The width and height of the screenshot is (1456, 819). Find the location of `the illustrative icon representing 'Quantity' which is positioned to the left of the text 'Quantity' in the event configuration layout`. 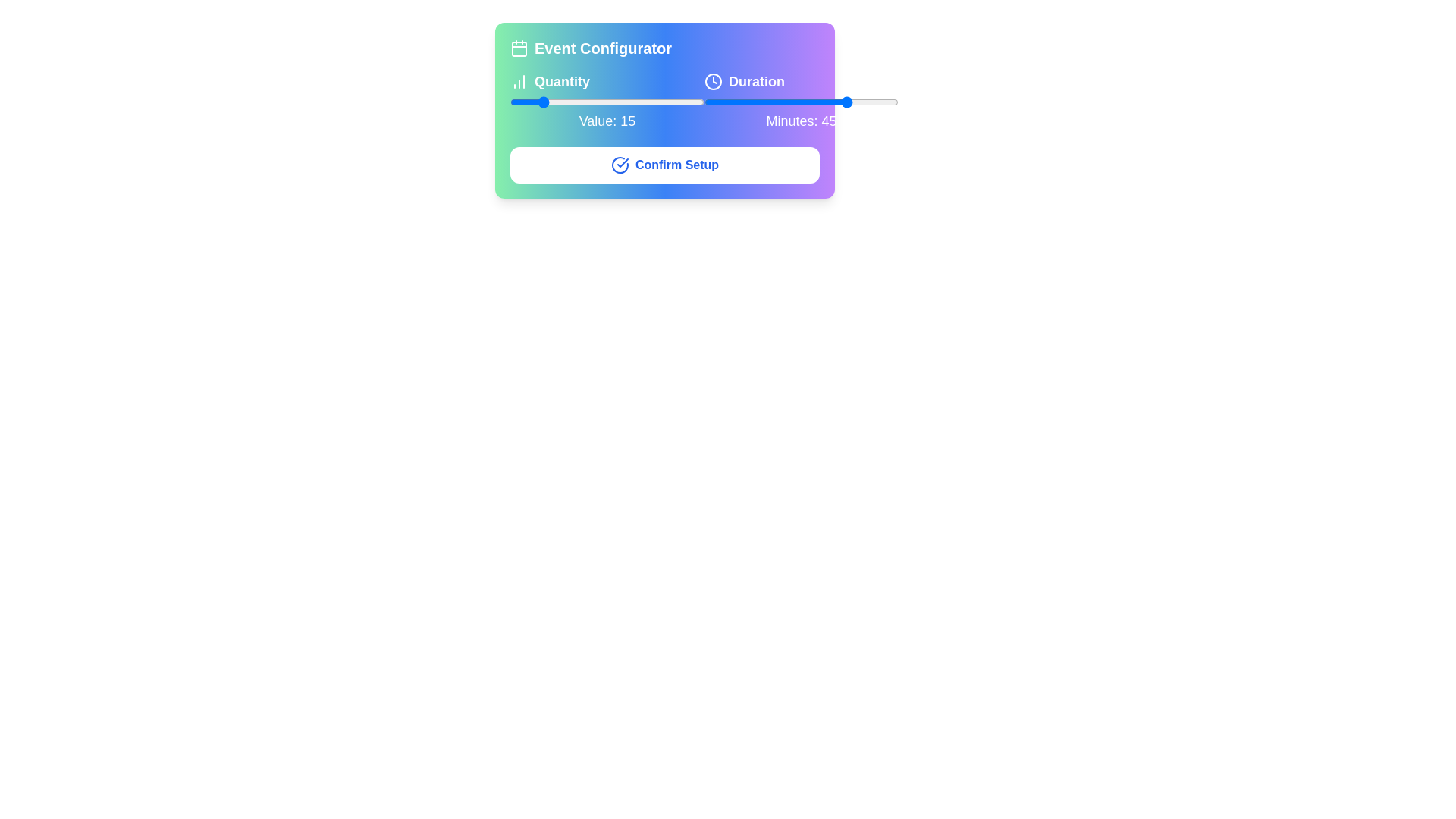

the illustrative icon representing 'Quantity' which is positioned to the left of the text 'Quantity' in the event configuration layout is located at coordinates (519, 82).